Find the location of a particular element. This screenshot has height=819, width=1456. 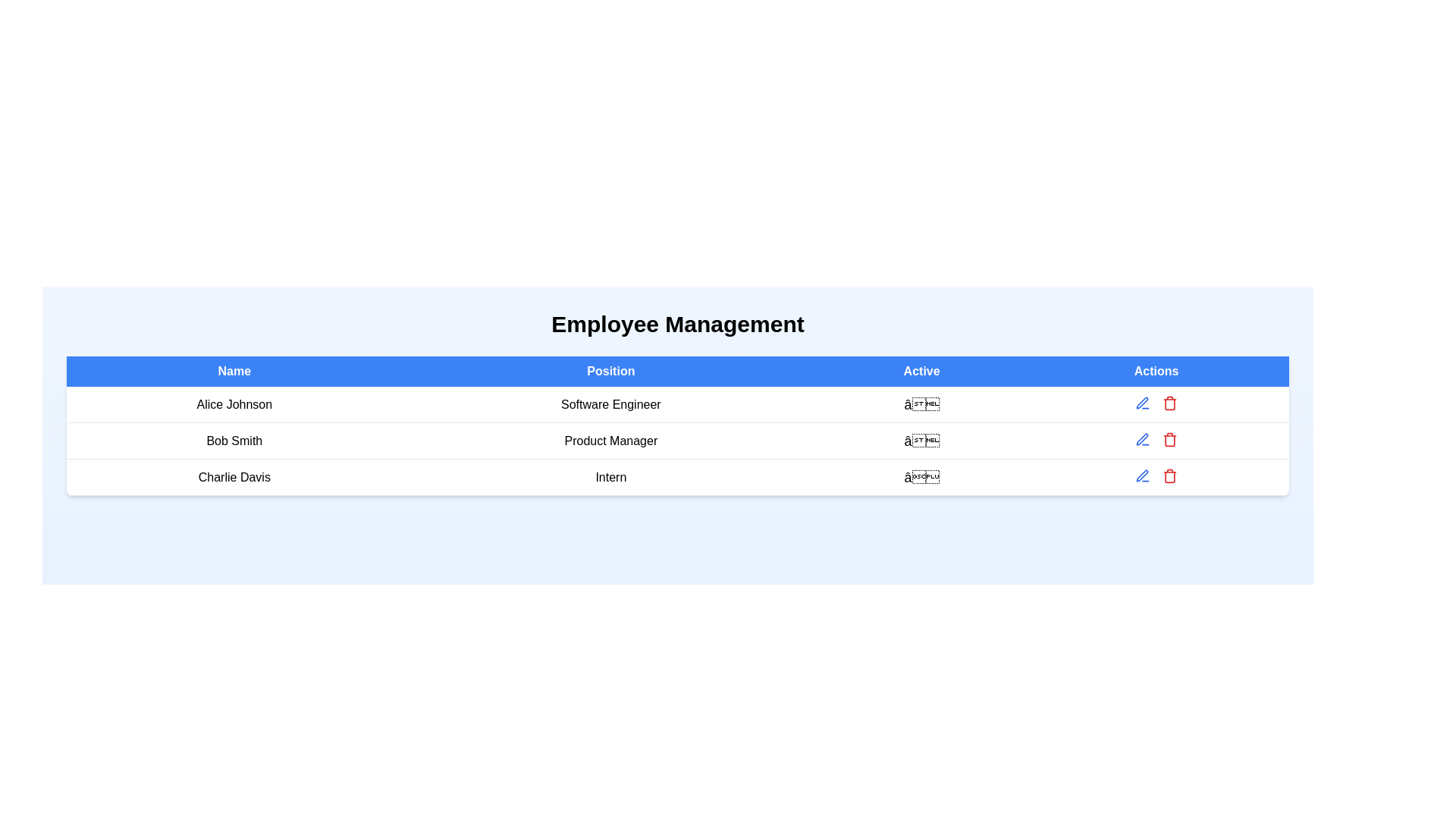

'Edit' button for the employee identified by Alice Johnson is located at coordinates (1143, 403).